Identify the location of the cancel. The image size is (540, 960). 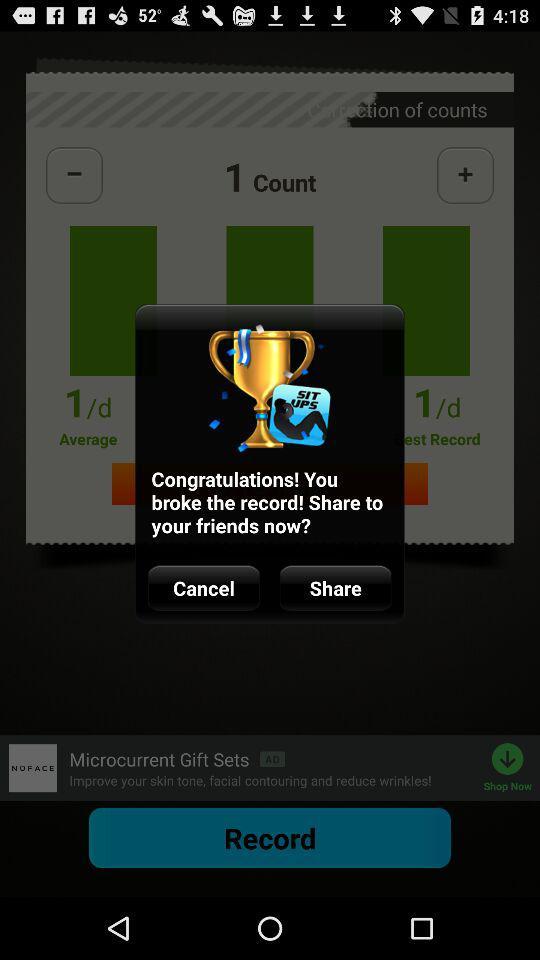
(203, 588).